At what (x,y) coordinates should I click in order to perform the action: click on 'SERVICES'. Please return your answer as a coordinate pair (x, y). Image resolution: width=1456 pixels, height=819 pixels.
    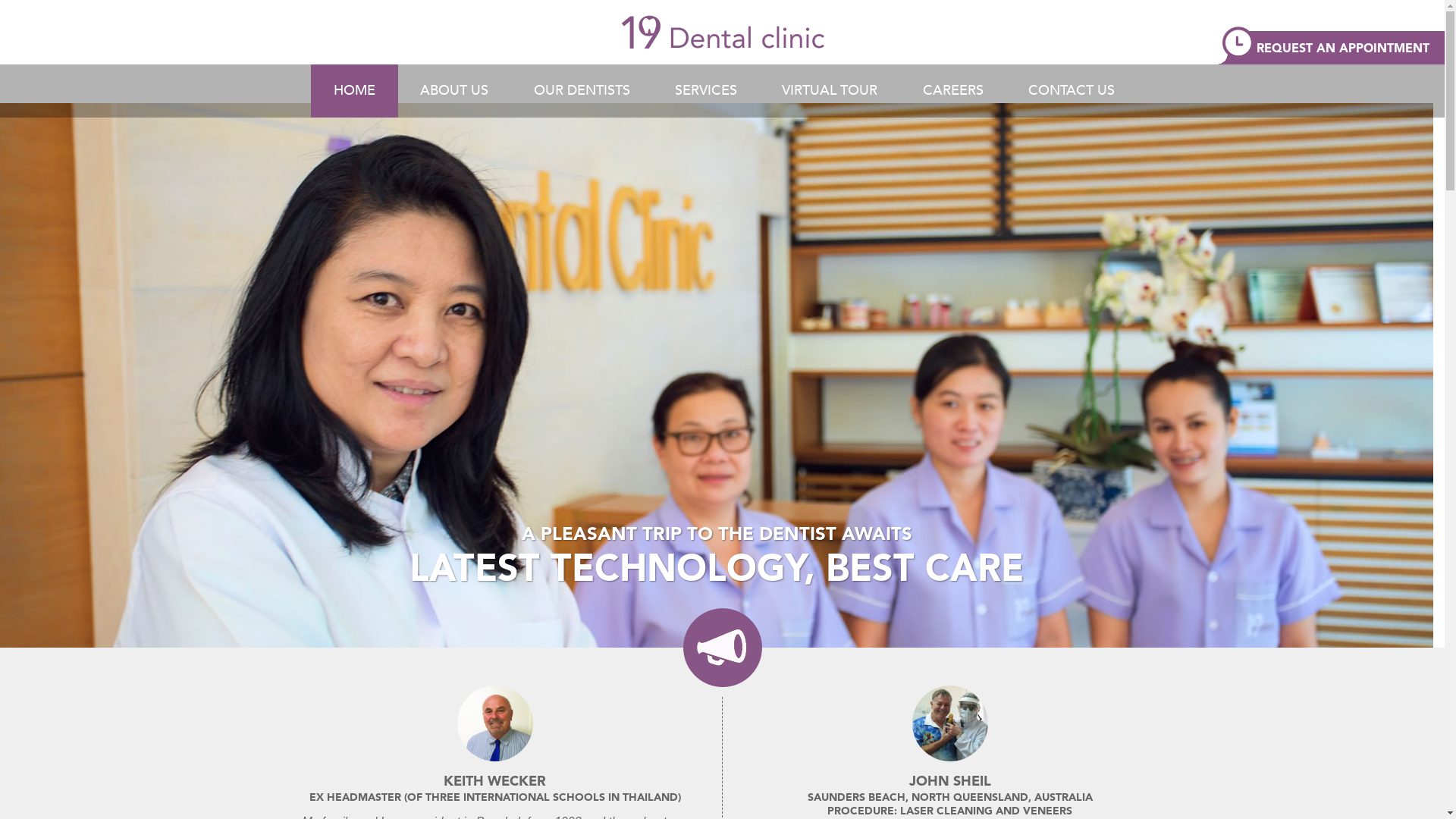
    Looking at the image, I should click on (705, 90).